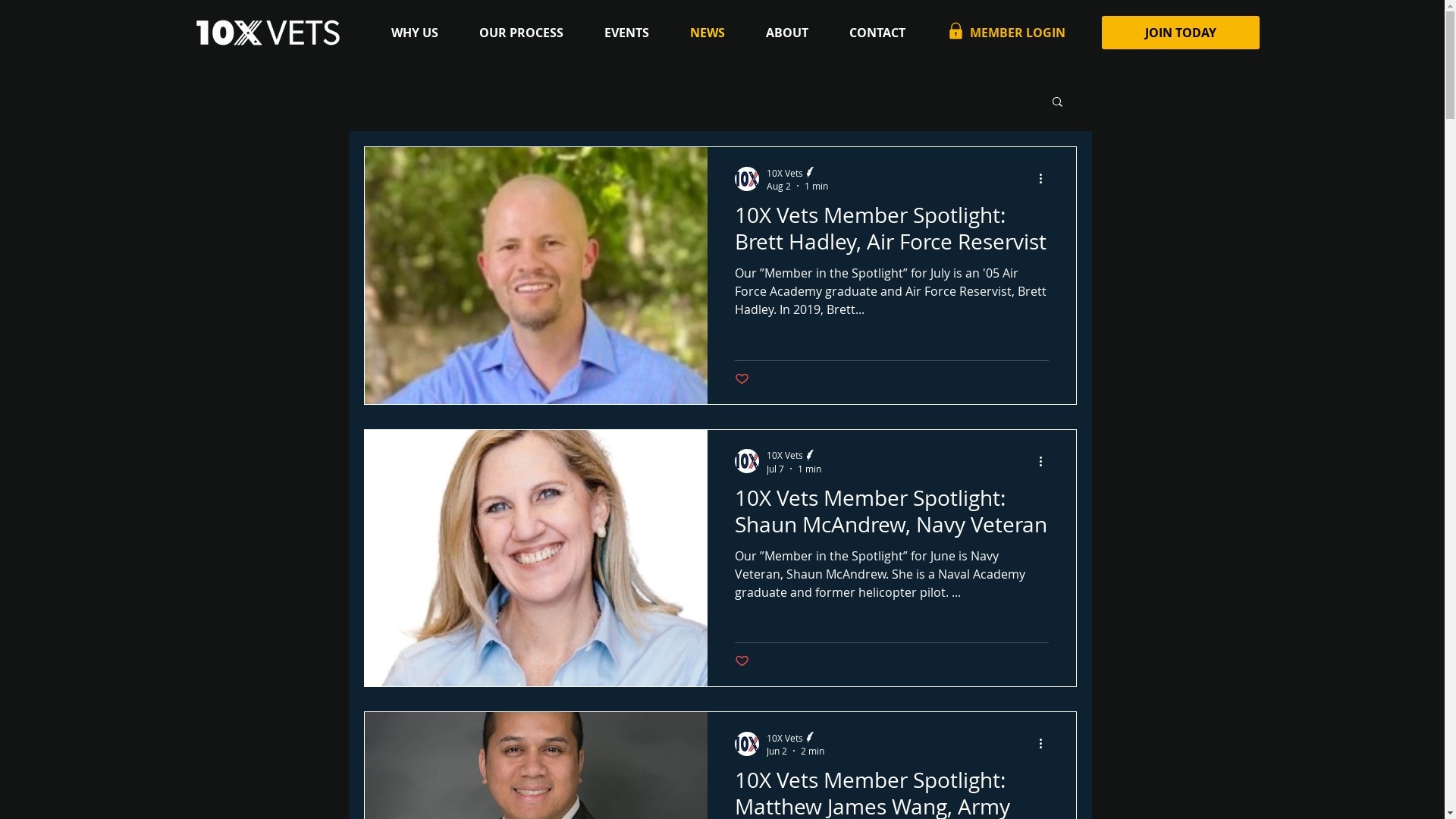 The image size is (1456, 819). What do you see at coordinates (795, 32) in the screenshot?
I see `'ABOUT'` at bounding box center [795, 32].